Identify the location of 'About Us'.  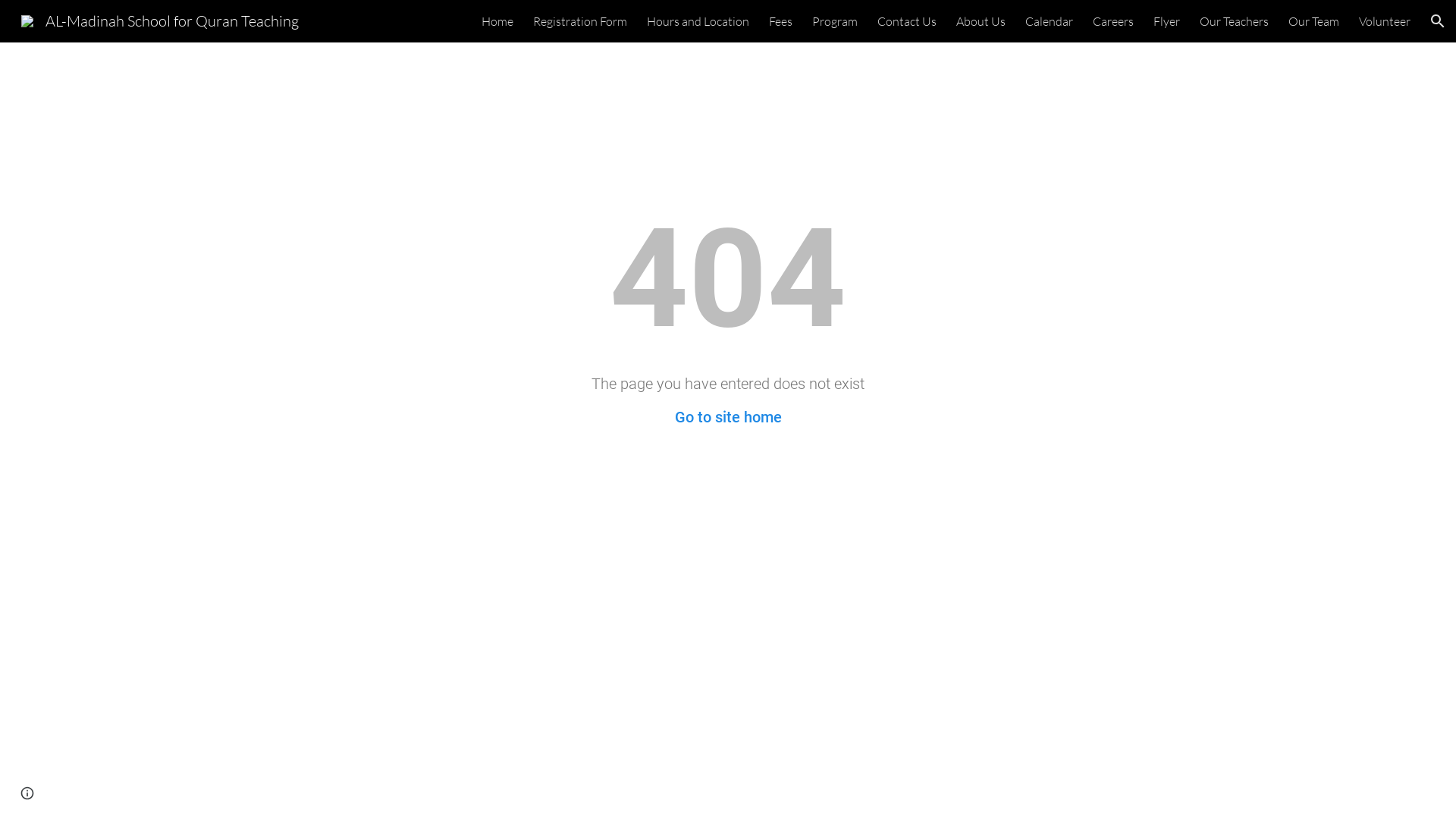
(981, 20).